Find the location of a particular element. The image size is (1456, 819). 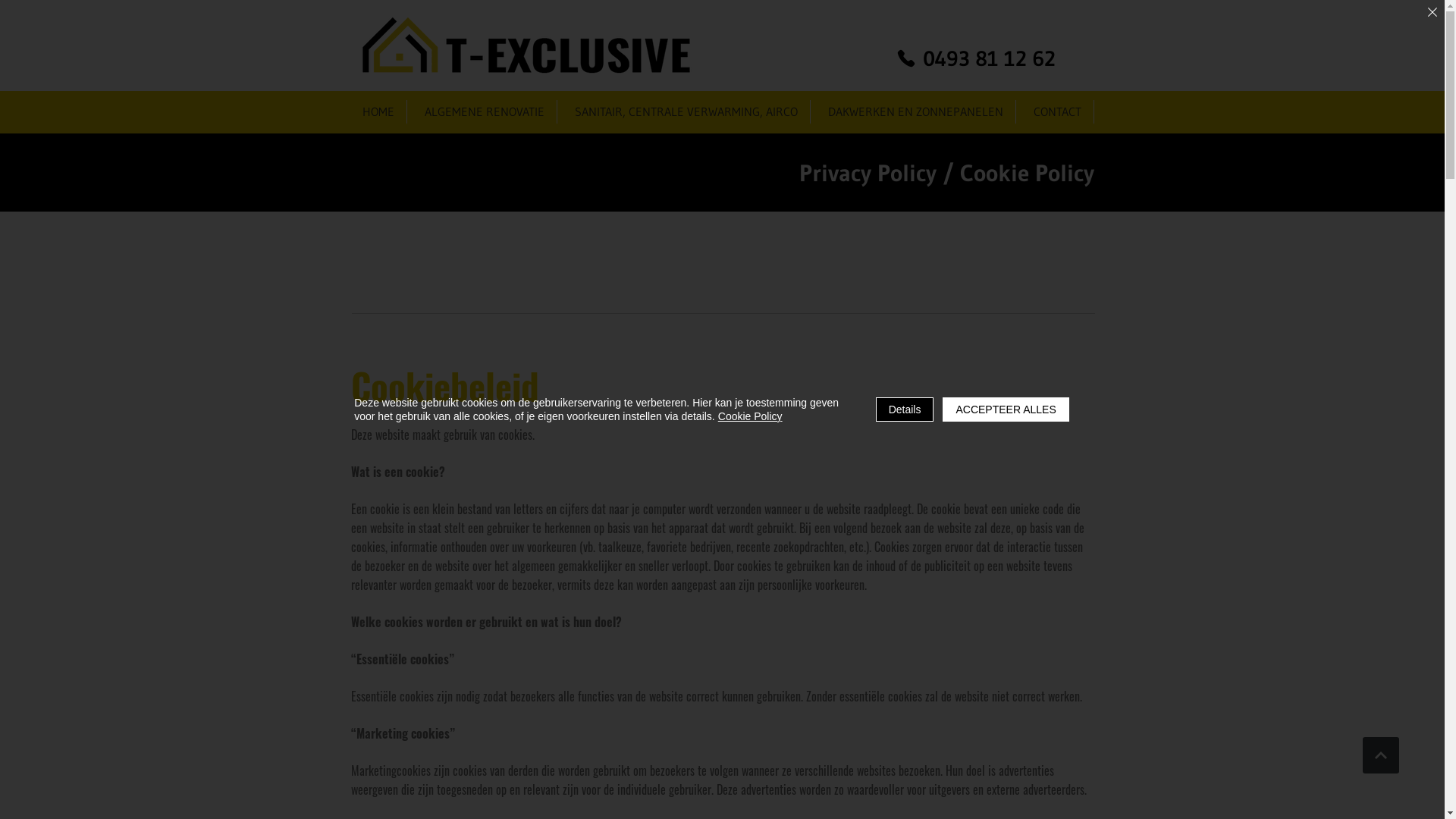

'HOME' is located at coordinates (378, 111).